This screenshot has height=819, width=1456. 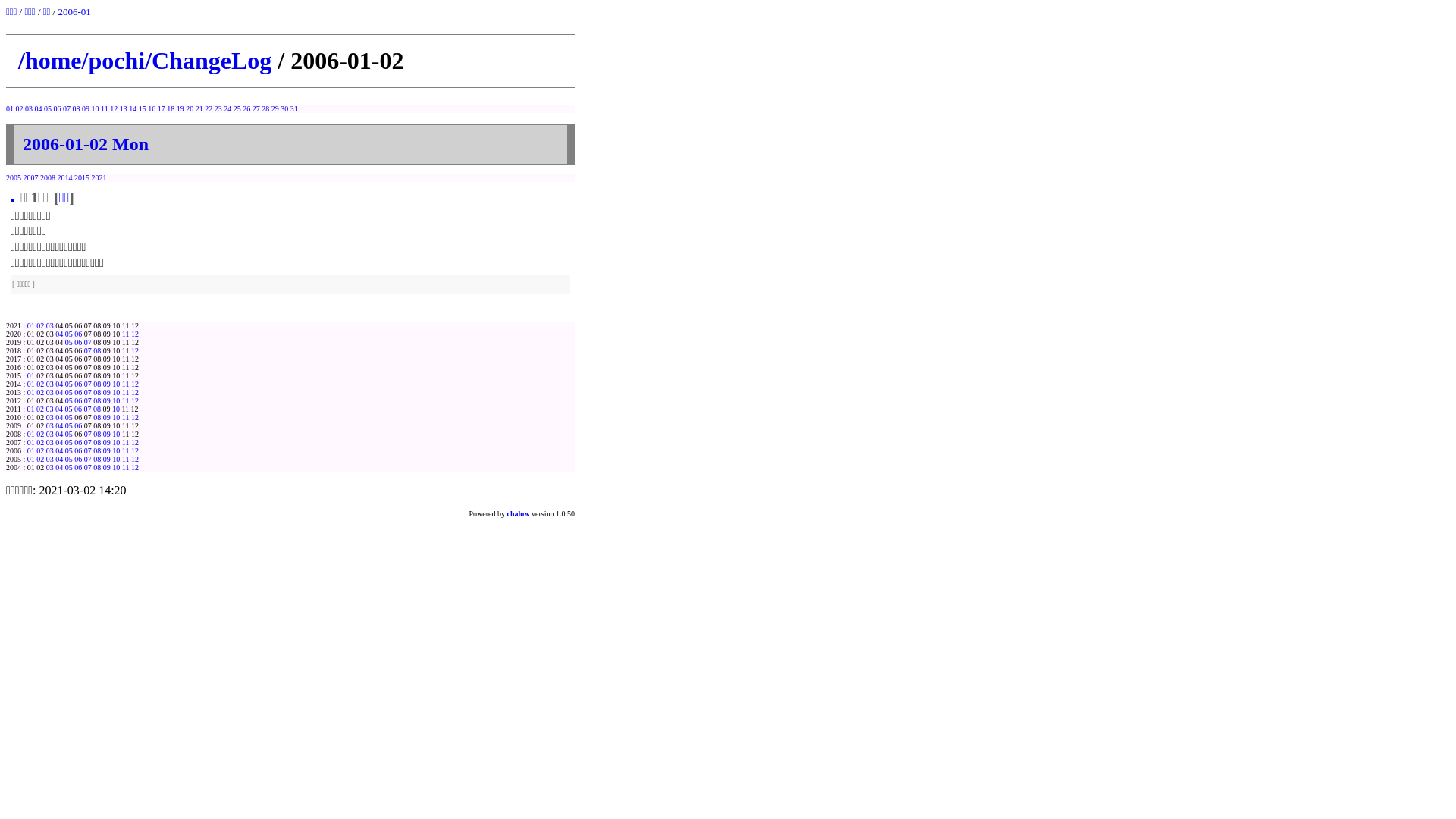 What do you see at coordinates (236, 108) in the screenshot?
I see `'25'` at bounding box center [236, 108].